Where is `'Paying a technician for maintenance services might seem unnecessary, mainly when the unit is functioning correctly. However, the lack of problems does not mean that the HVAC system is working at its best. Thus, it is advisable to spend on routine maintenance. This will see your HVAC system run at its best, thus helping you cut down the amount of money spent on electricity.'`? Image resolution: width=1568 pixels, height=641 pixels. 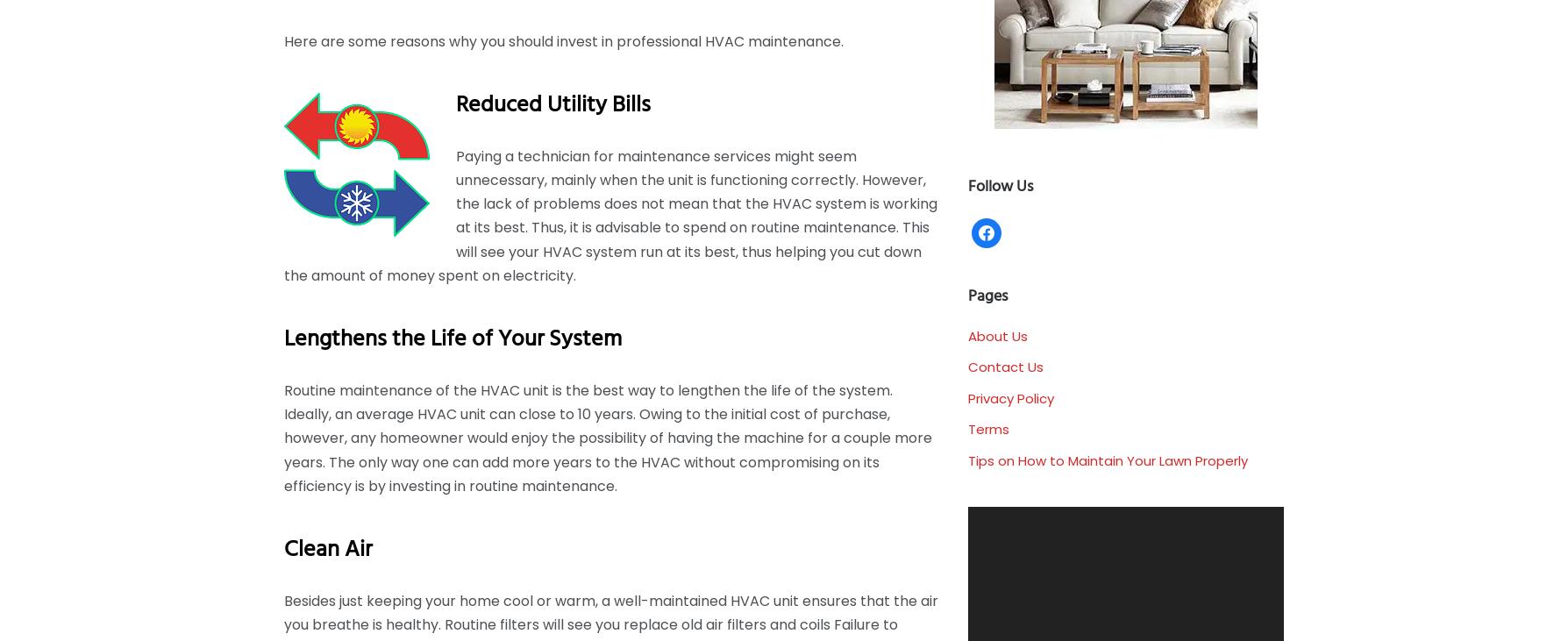 'Paying a technician for maintenance services might seem unnecessary, mainly when the unit is functioning correctly. However, the lack of problems does not mean that the HVAC system is working at its best. Thus, it is advisable to spend on routine maintenance. This will see your HVAC system run at its best, thus helping you cut down the amount of money spent on electricity.' is located at coordinates (609, 214).